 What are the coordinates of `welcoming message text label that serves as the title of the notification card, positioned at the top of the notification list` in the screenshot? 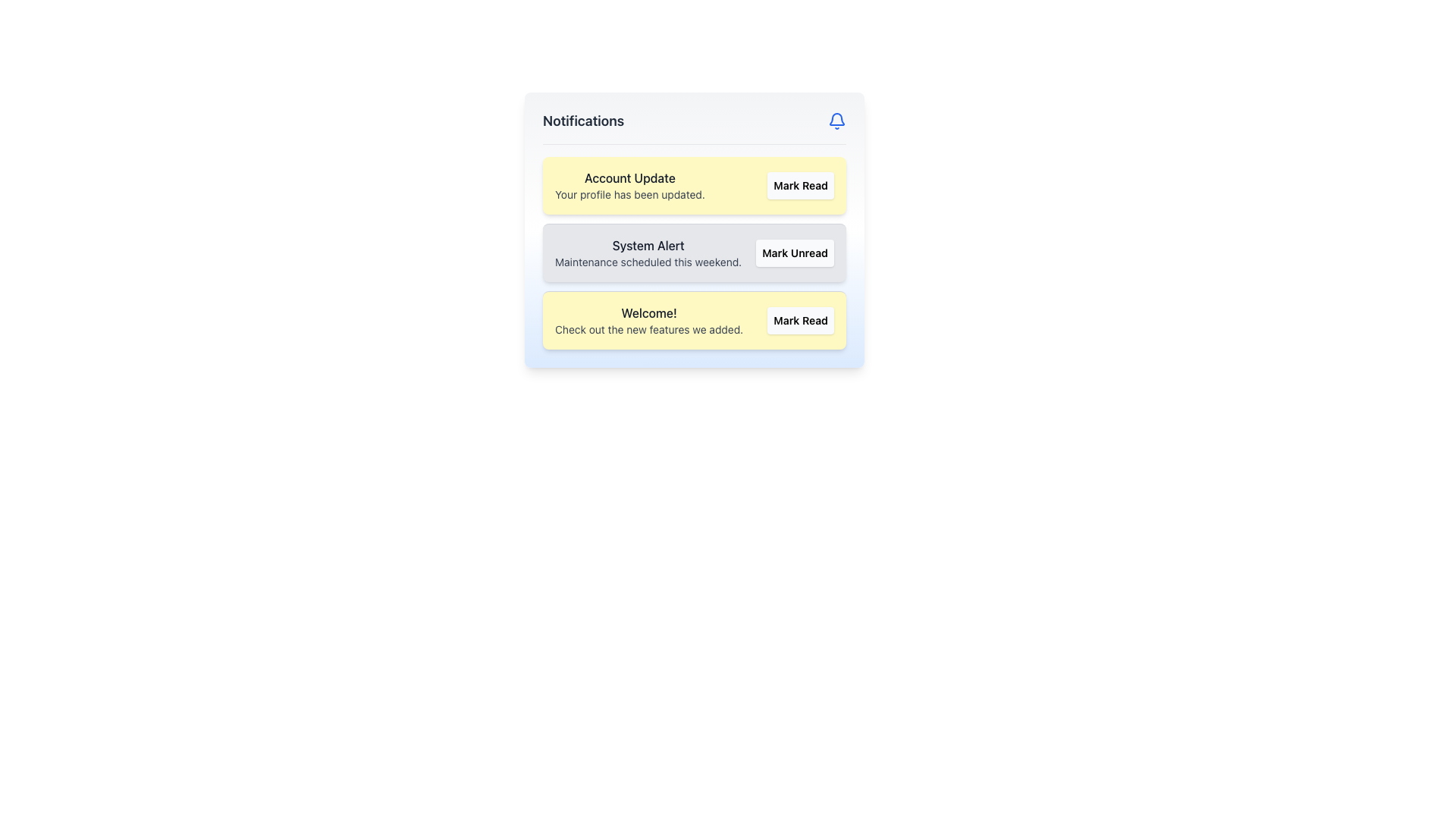 It's located at (649, 312).